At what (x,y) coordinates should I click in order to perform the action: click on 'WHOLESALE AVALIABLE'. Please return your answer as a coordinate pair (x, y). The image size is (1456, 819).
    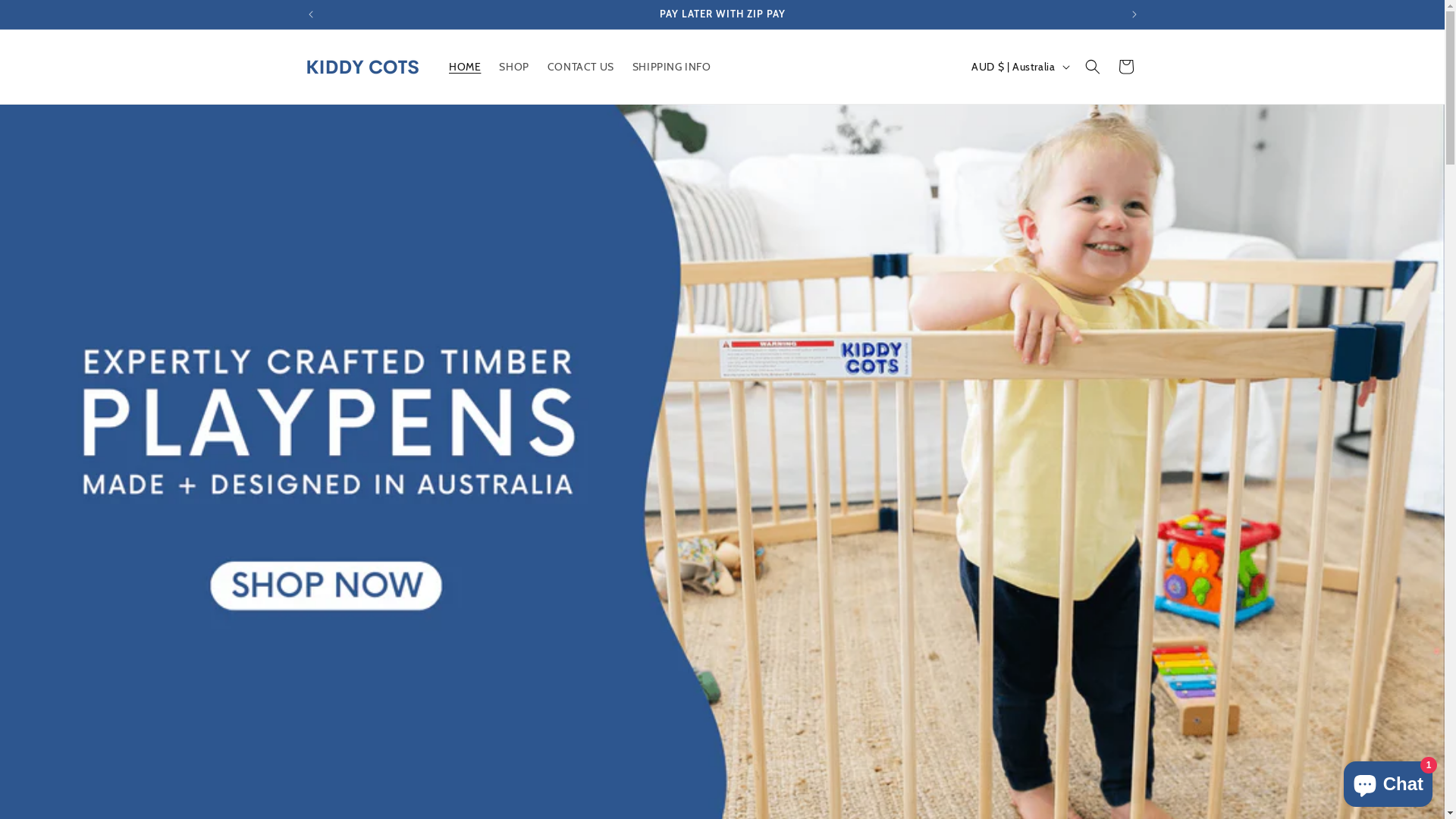
    Looking at the image, I should click on (722, 14).